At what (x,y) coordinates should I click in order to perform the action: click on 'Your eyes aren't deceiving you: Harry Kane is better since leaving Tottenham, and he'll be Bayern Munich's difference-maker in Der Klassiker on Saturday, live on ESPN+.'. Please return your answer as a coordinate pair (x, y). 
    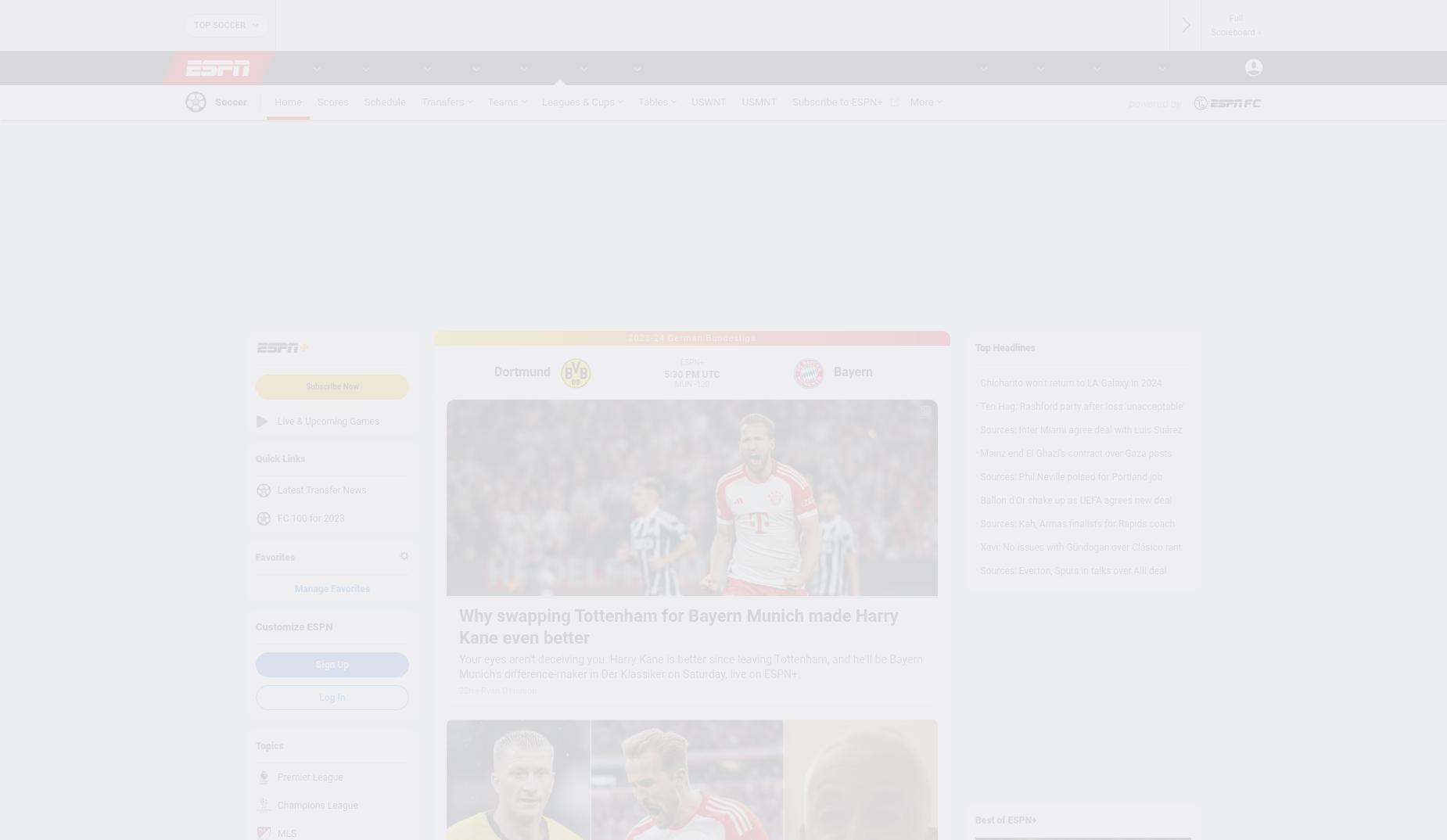
    Looking at the image, I should click on (691, 666).